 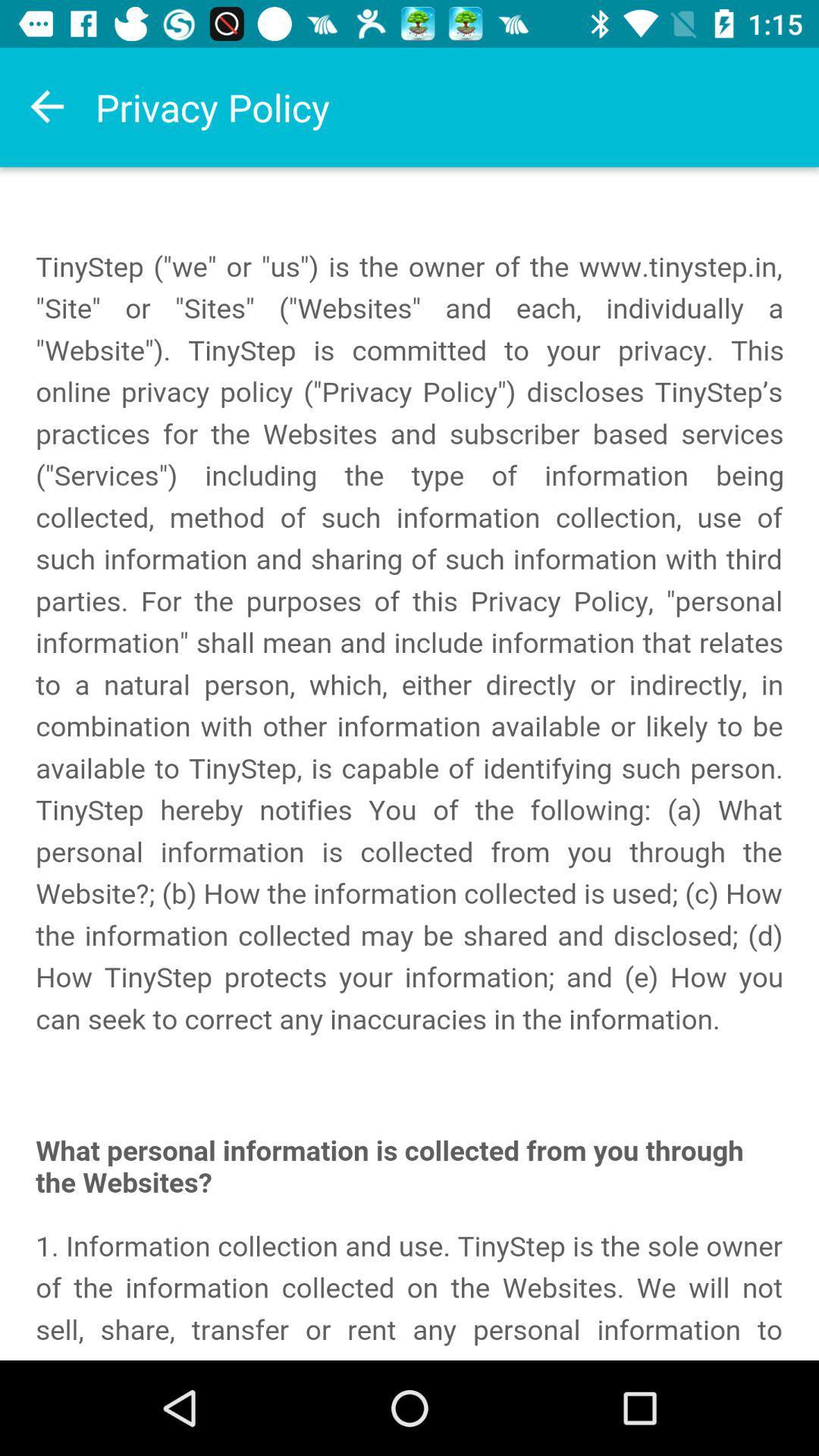 What do you see at coordinates (46, 106) in the screenshot?
I see `backword the option` at bounding box center [46, 106].